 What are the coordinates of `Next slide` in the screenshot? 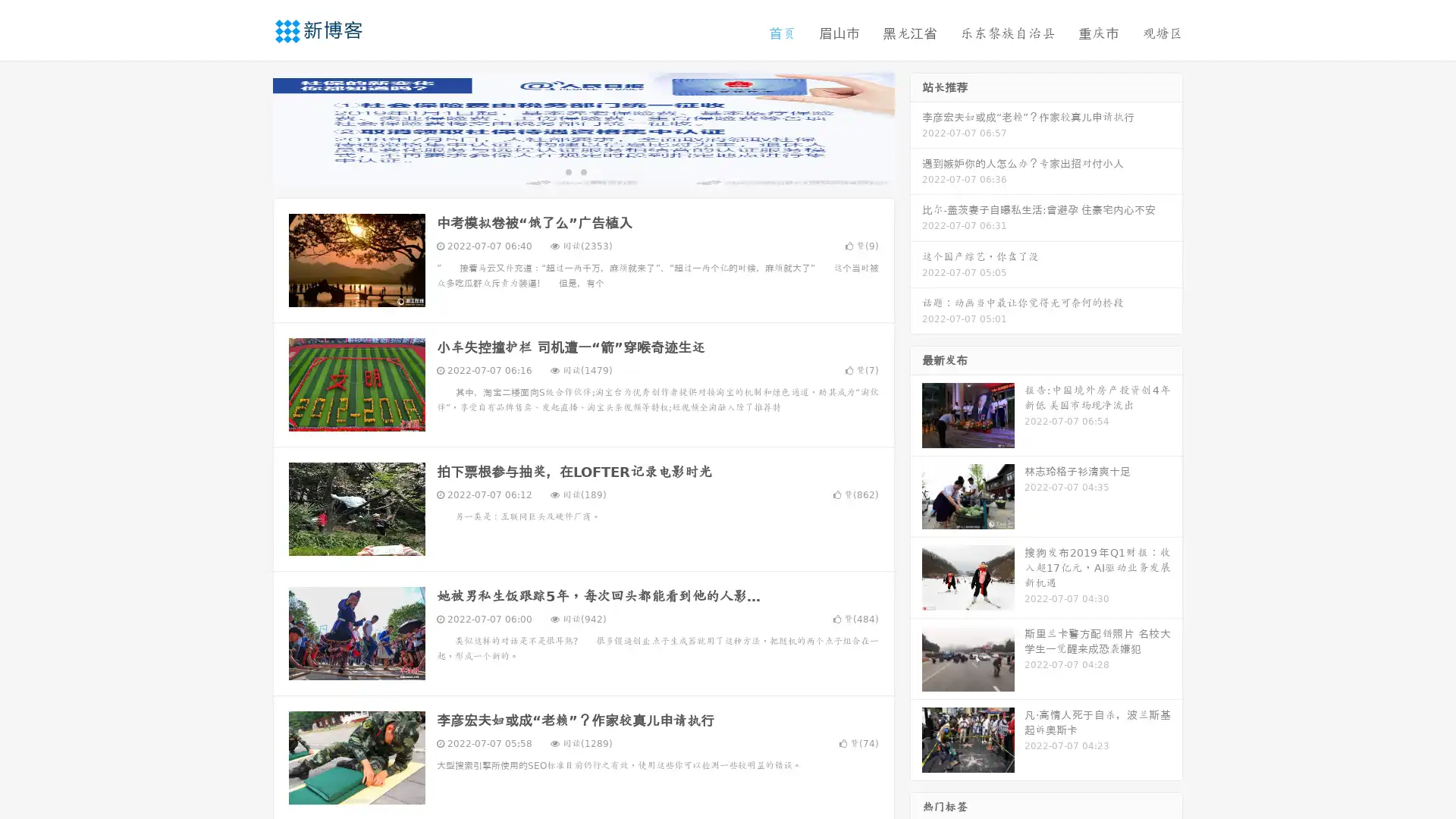 It's located at (916, 127).